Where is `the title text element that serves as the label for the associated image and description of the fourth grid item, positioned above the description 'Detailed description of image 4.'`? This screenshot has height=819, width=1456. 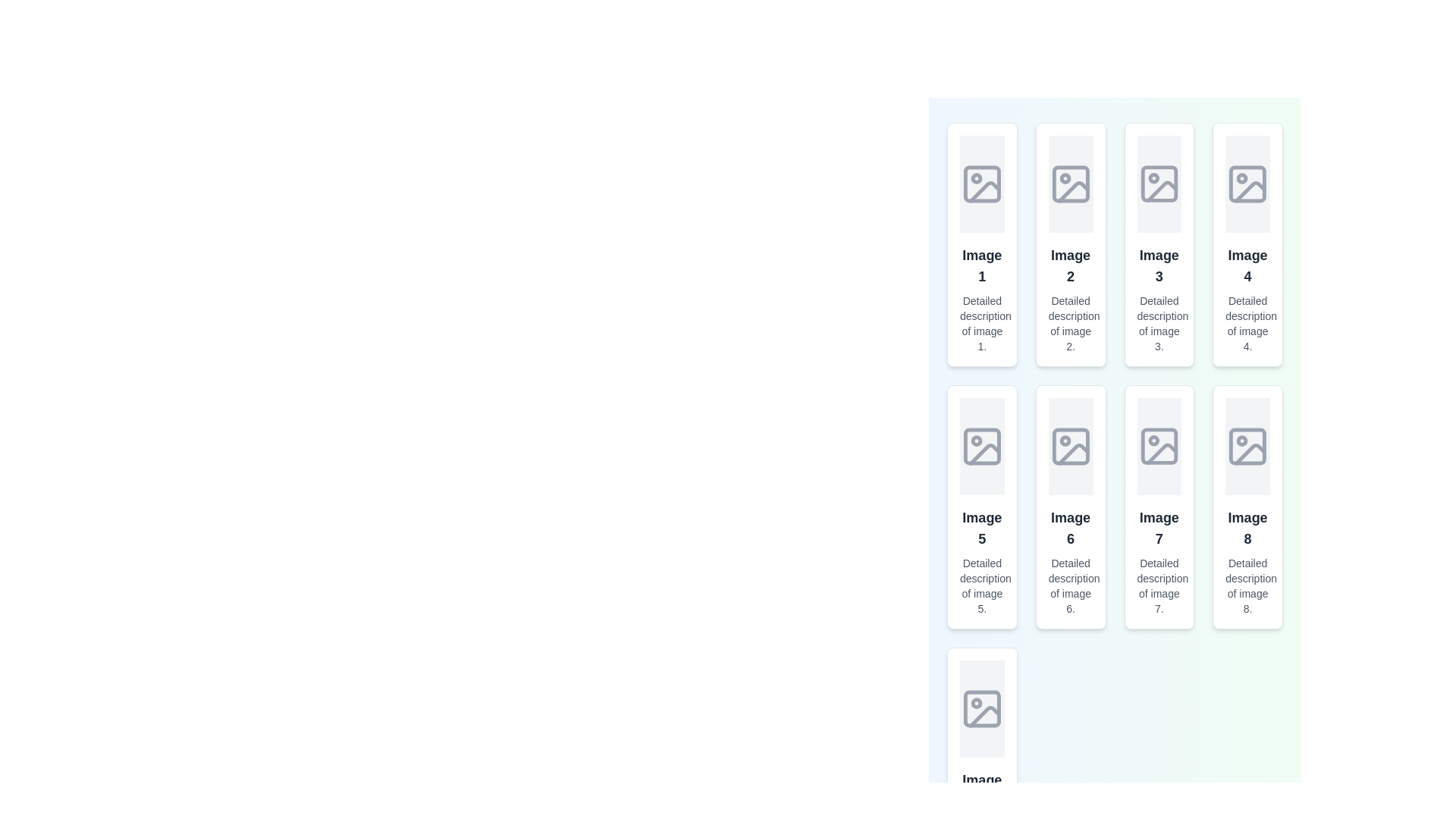 the title text element that serves as the label for the associated image and description of the fourth grid item, positioned above the description 'Detailed description of image 4.' is located at coordinates (1247, 265).